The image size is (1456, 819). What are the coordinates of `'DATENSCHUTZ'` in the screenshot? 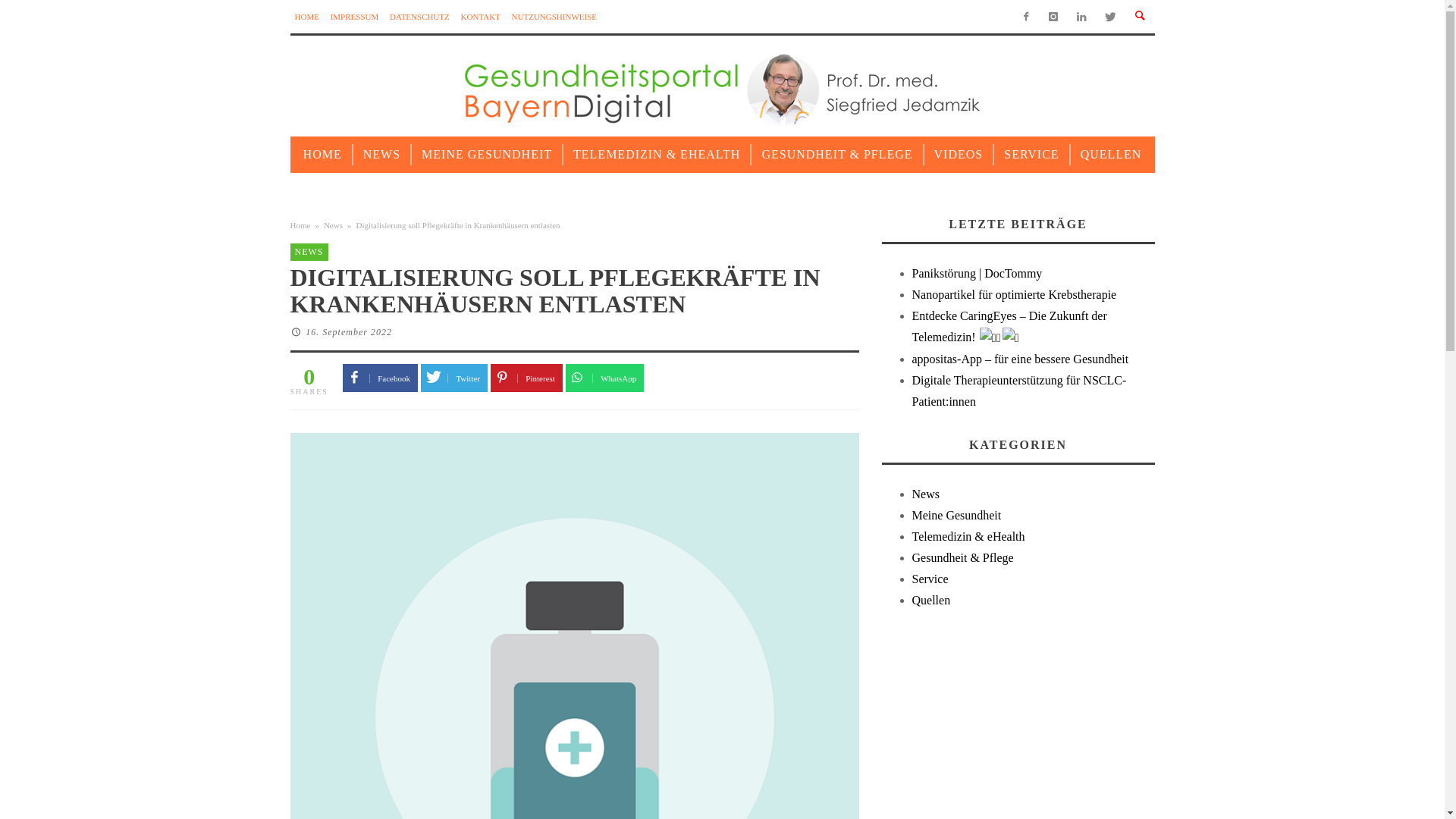 It's located at (419, 17).